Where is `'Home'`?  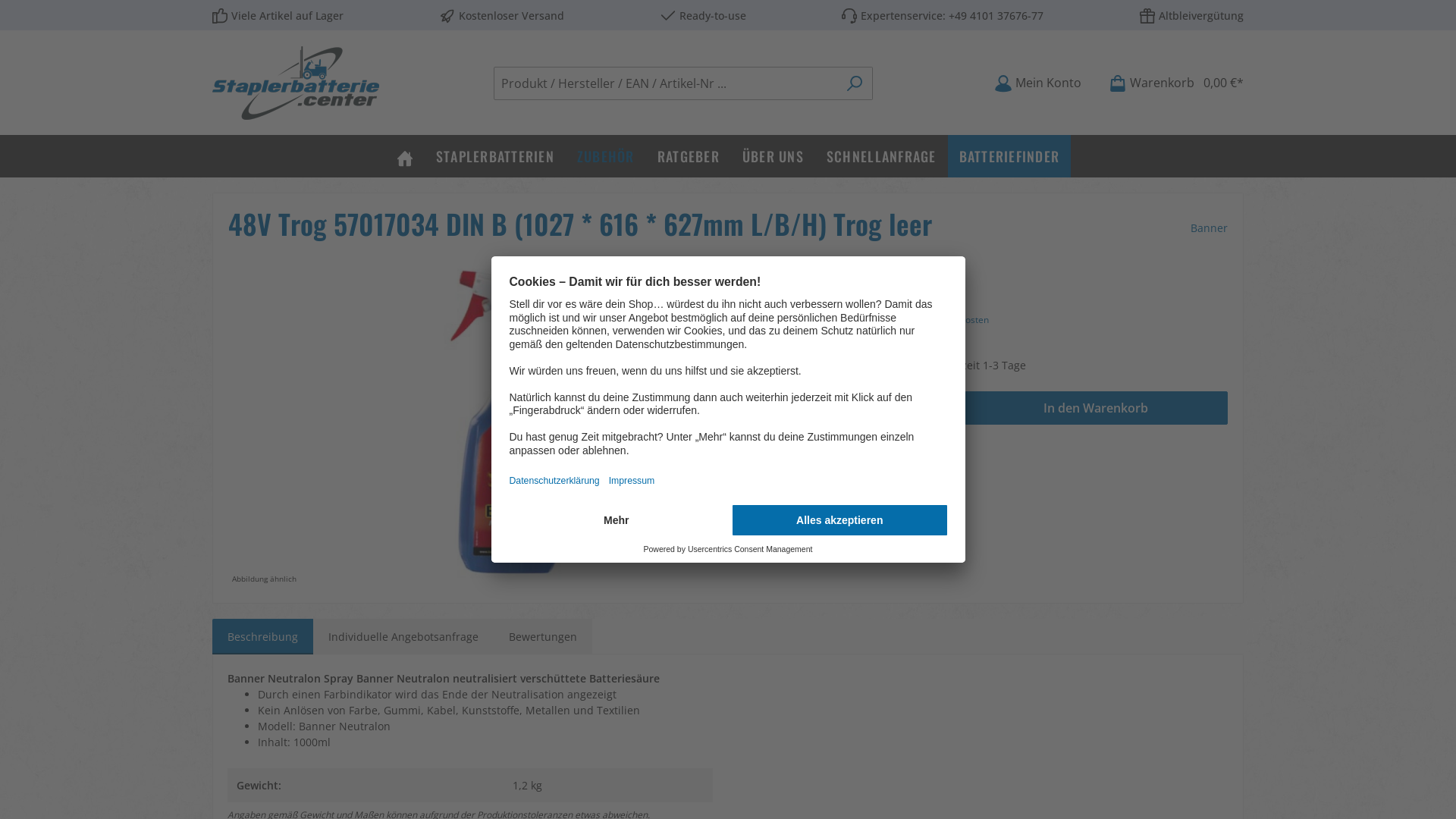
'Home' is located at coordinates (404, 155).